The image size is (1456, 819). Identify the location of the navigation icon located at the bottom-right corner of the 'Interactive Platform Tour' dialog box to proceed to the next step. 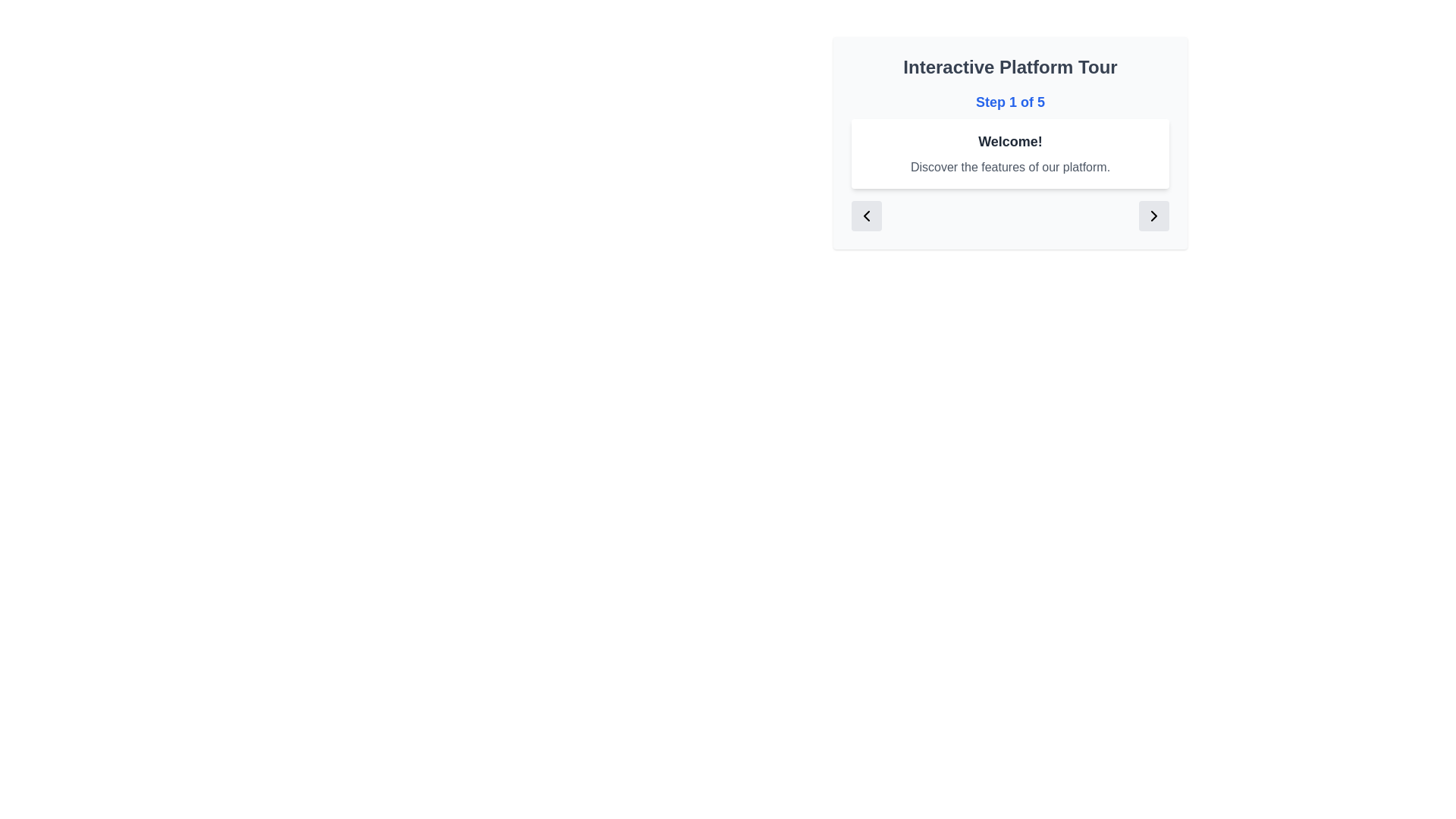
(1153, 216).